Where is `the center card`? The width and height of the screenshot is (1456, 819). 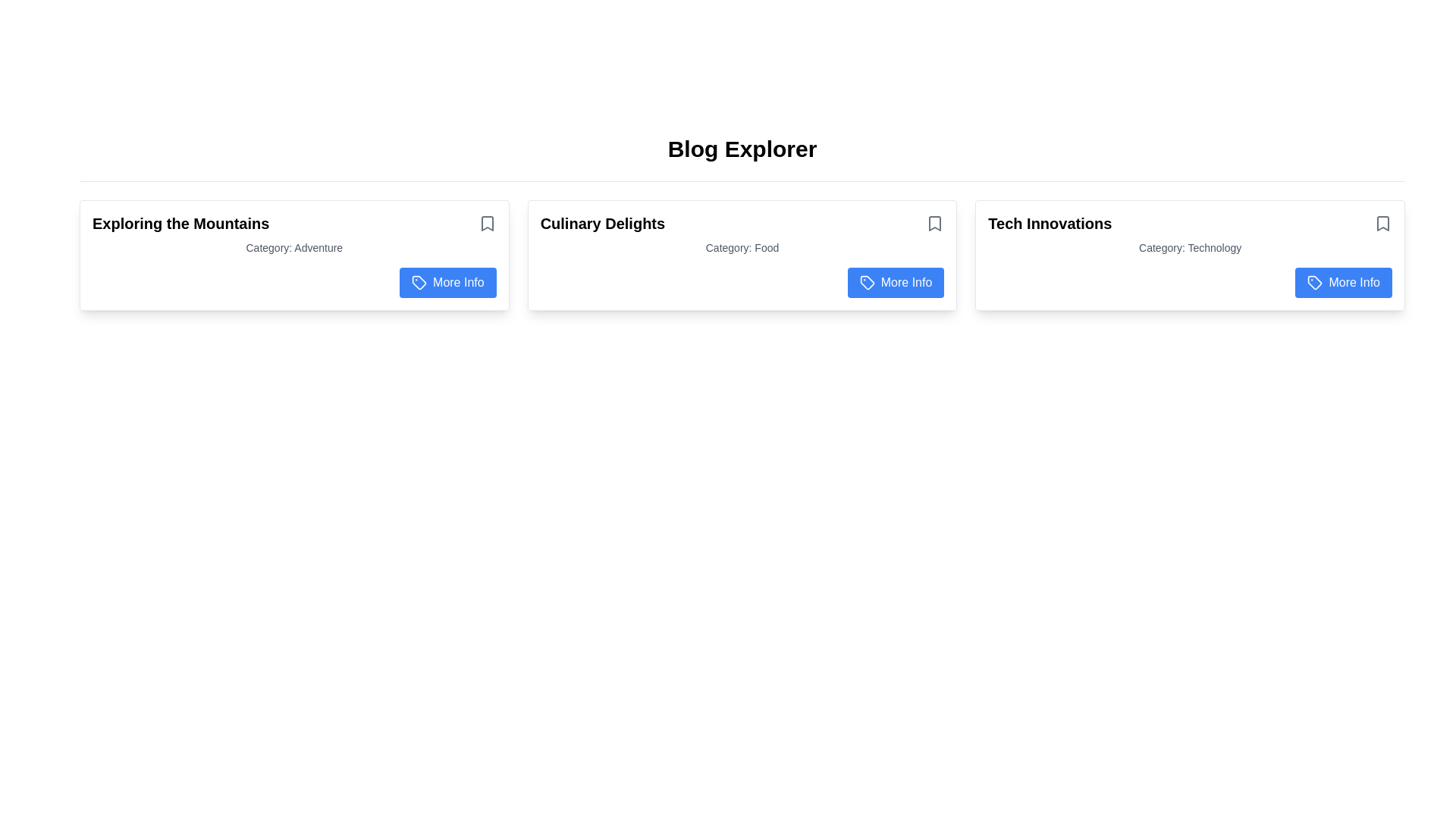
the center card is located at coordinates (742, 254).